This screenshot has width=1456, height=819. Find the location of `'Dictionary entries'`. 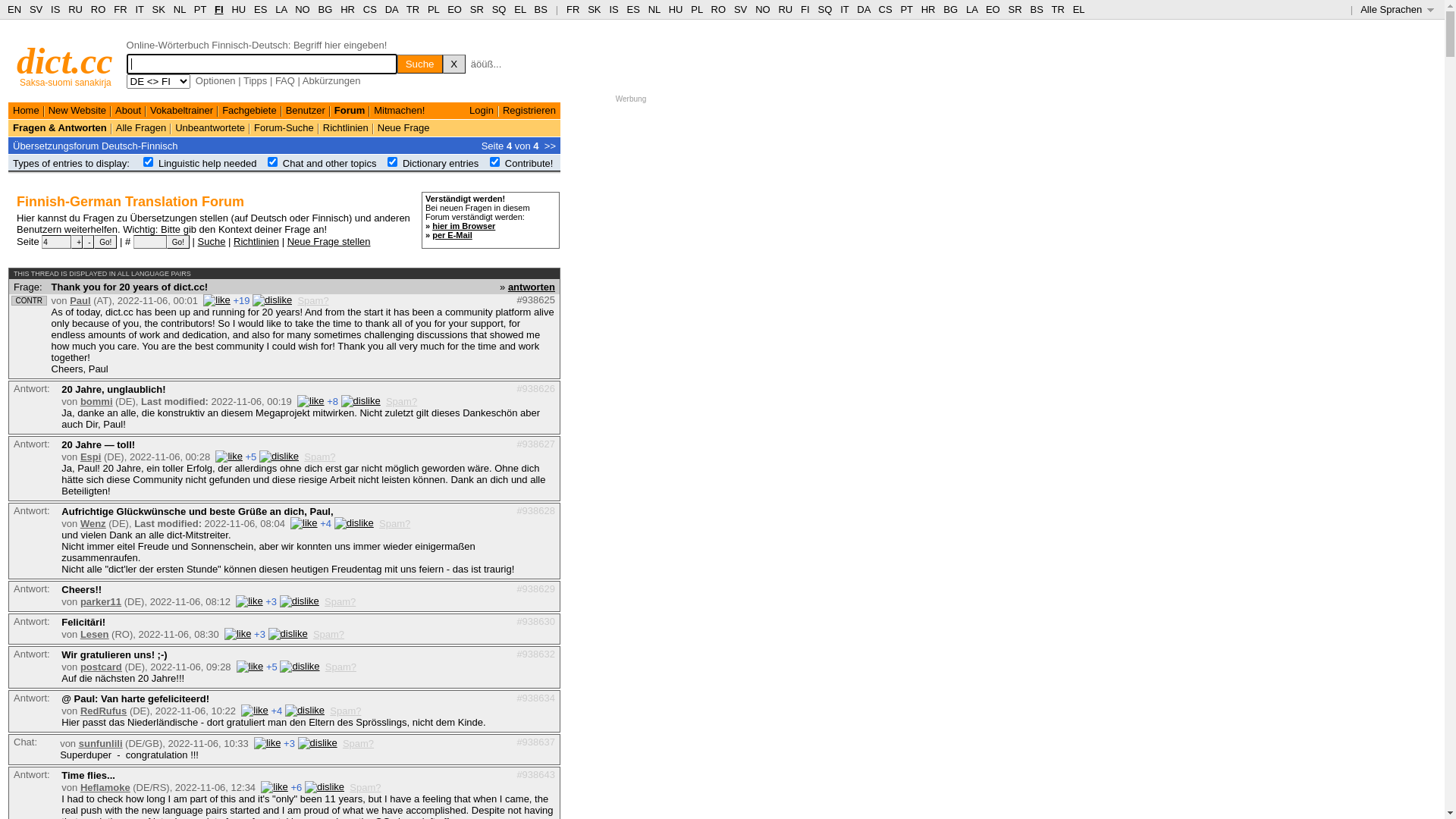

'Dictionary entries' is located at coordinates (439, 163).